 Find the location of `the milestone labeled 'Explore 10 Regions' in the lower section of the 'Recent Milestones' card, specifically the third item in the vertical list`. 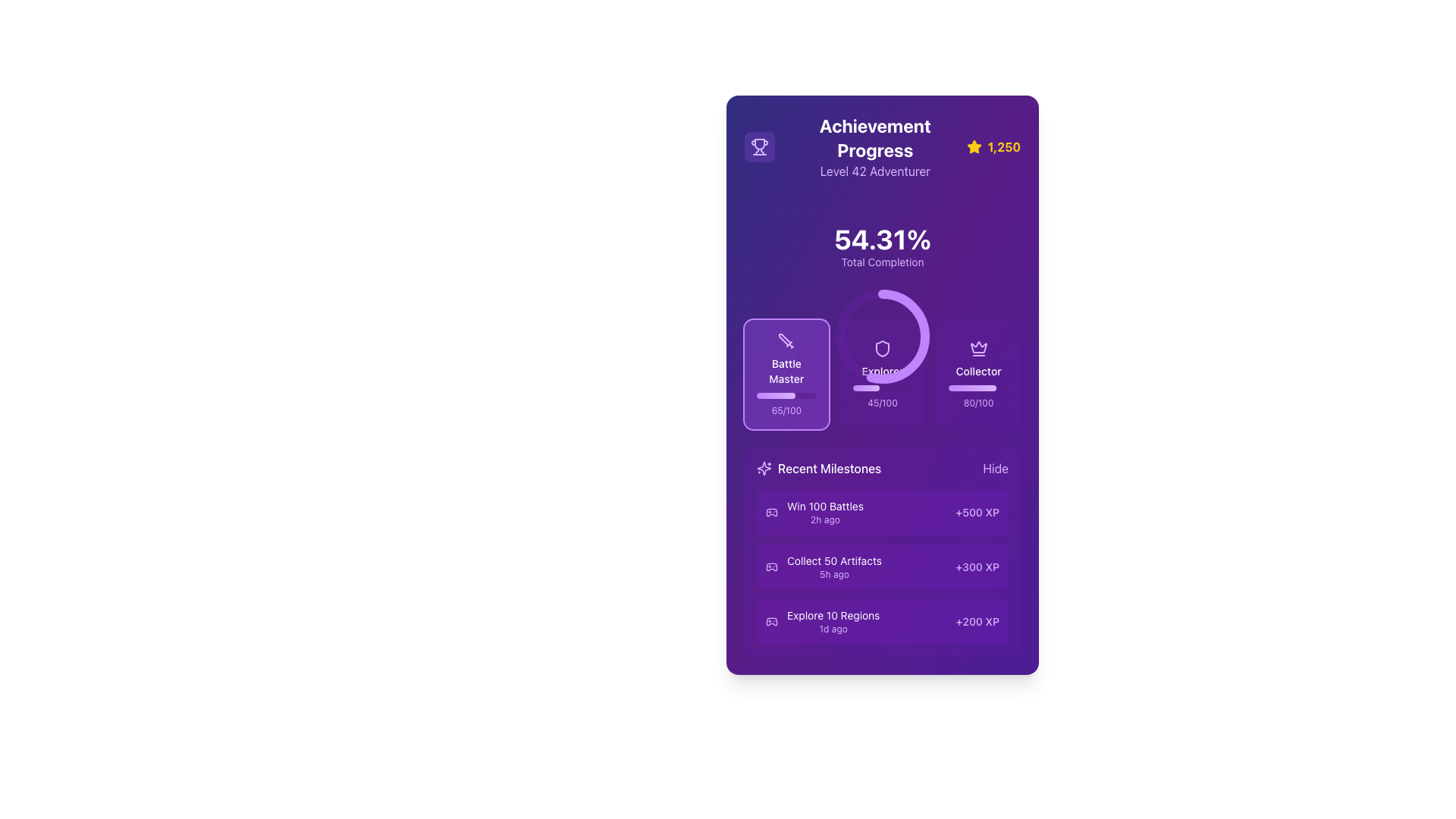

the milestone labeled 'Explore 10 Regions' in the lower section of the 'Recent Milestones' card, specifically the third item in the vertical list is located at coordinates (822, 622).